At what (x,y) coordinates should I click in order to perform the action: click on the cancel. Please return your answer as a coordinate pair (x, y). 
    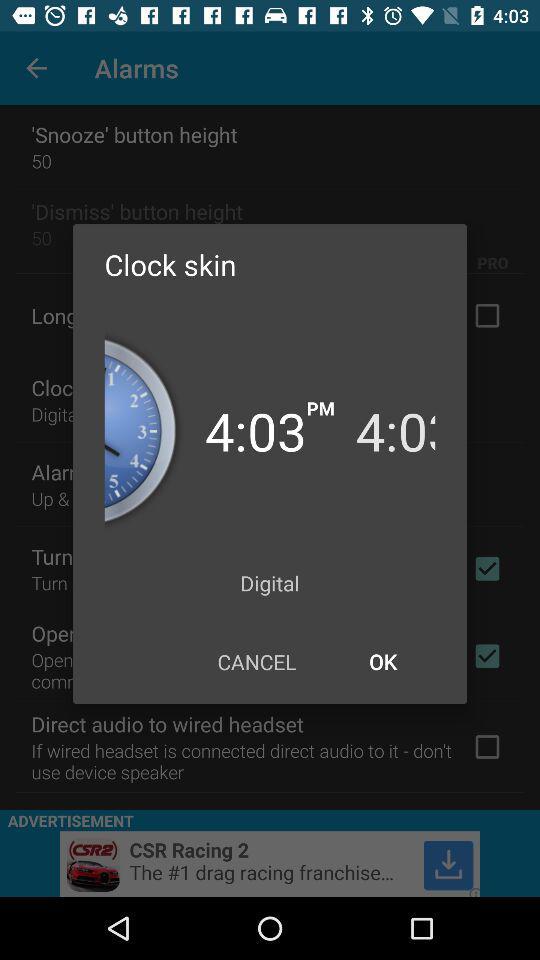
    Looking at the image, I should click on (256, 661).